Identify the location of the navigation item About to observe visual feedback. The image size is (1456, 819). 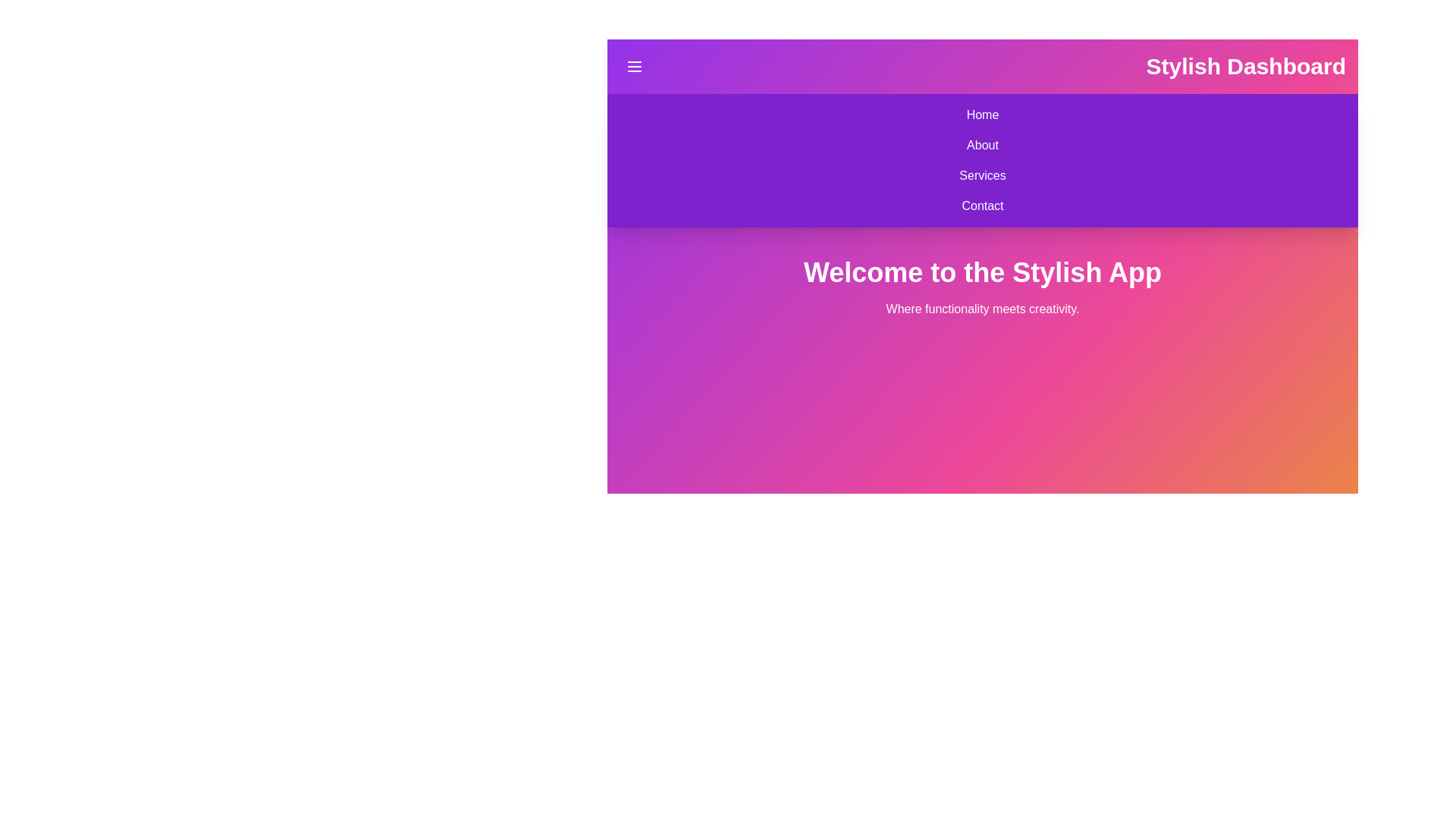
(983, 146).